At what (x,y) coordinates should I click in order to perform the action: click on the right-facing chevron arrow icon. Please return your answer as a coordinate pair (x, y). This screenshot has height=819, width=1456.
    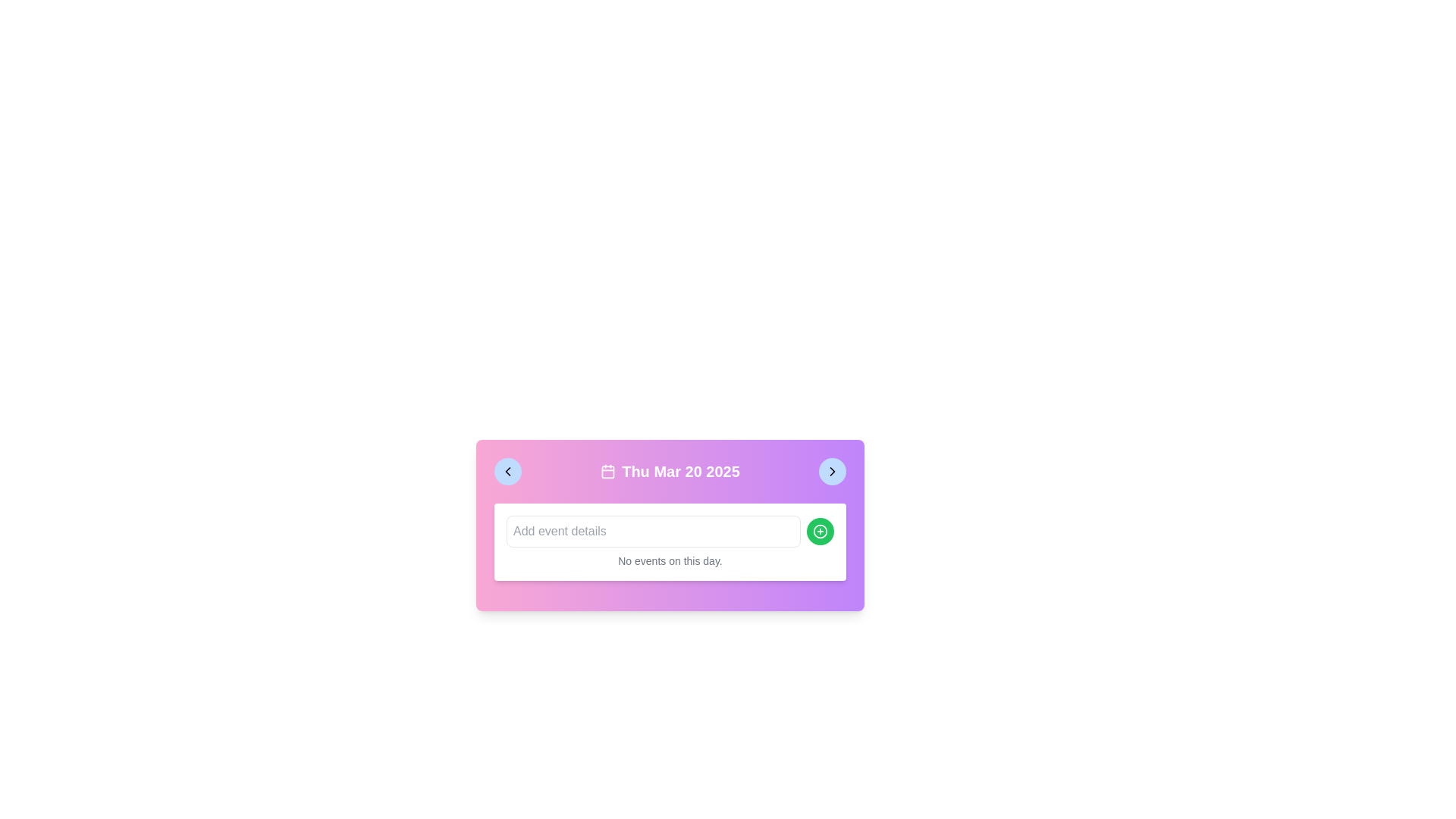
    Looking at the image, I should click on (832, 470).